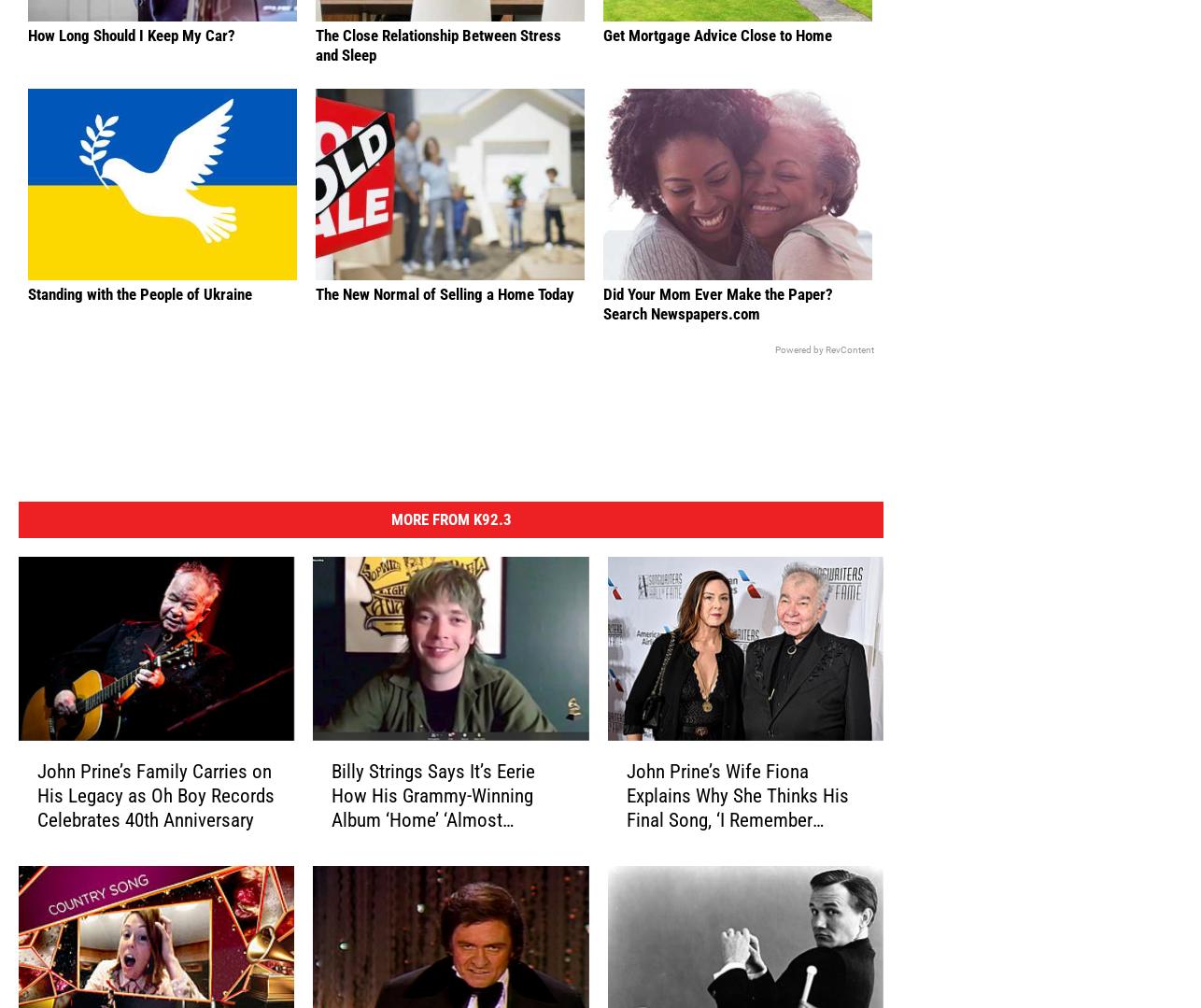  I want to click on 'Get Mortgage Advice Close to Home', so click(717, 63).